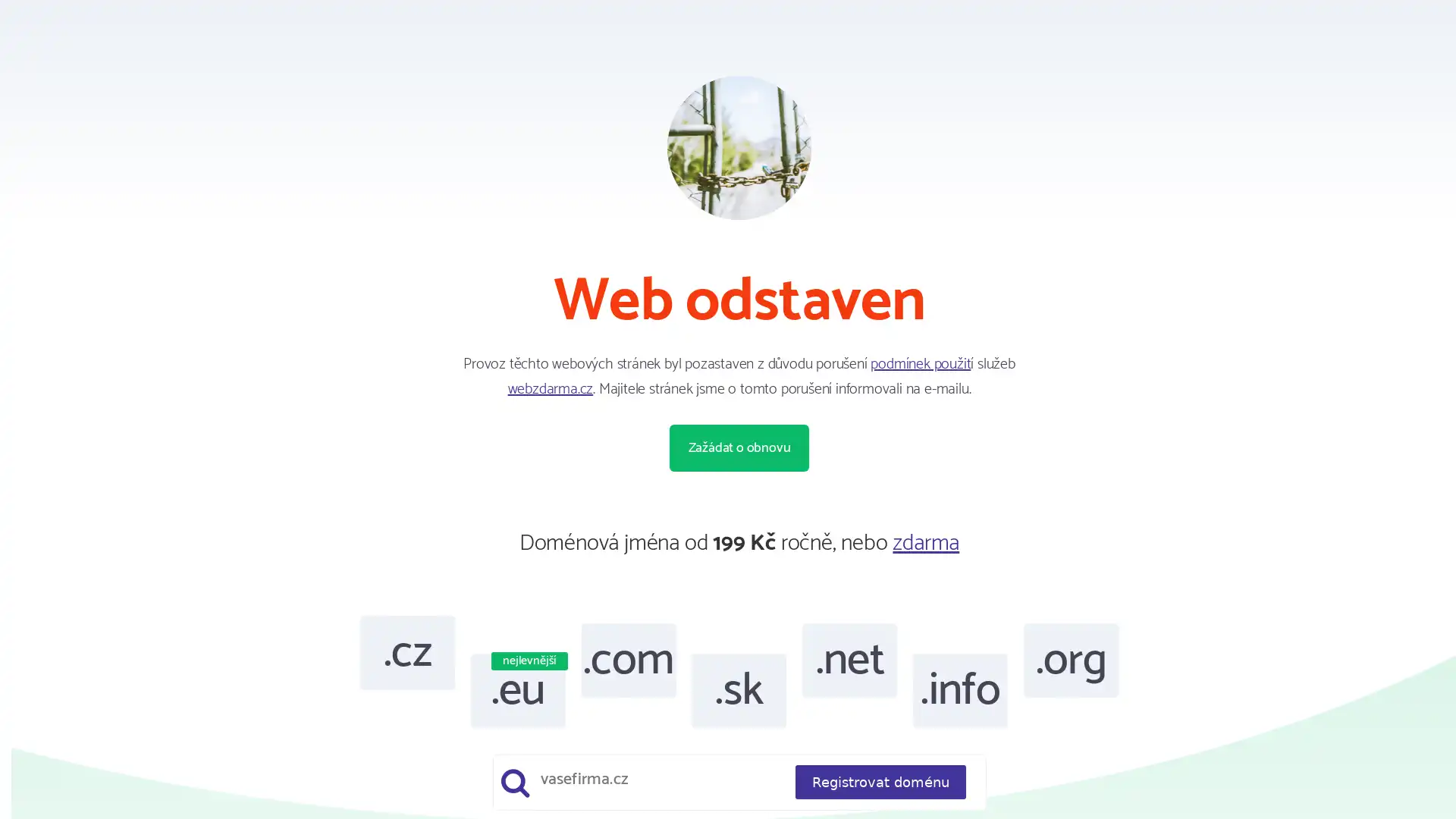 The image size is (1456, 819). I want to click on Registrovat domenu, so click(880, 782).